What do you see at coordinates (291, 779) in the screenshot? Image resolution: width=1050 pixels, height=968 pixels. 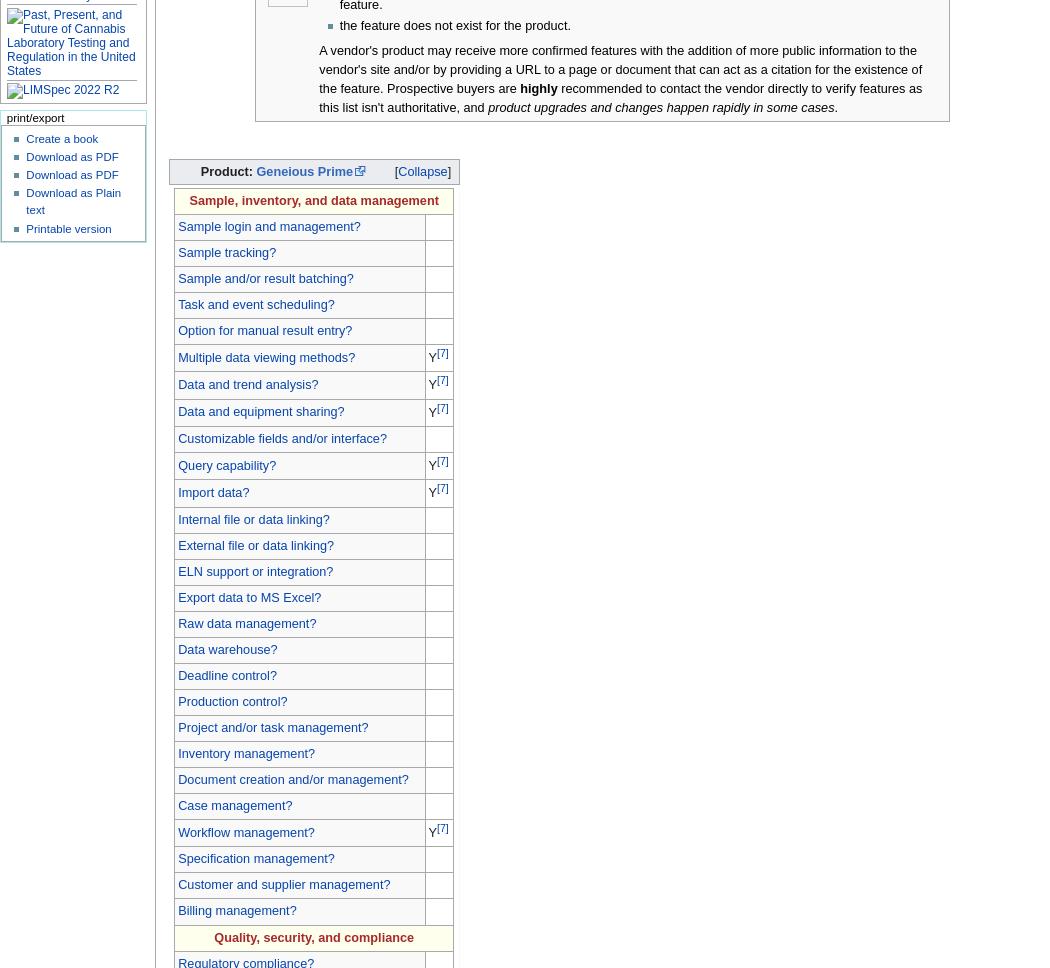 I see `'Document creation and/or management?'` at bounding box center [291, 779].